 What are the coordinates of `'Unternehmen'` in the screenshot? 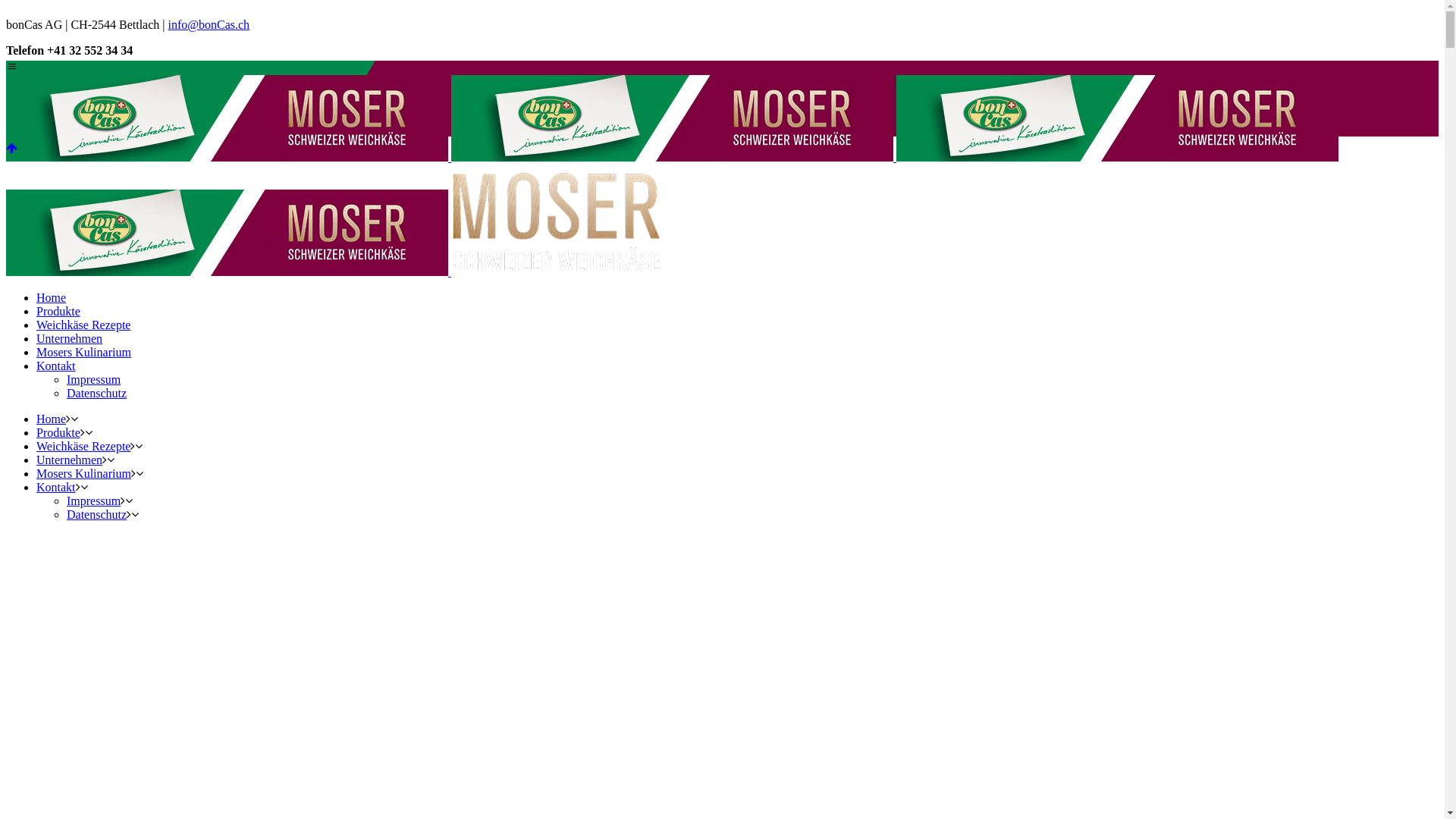 It's located at (68, 459).